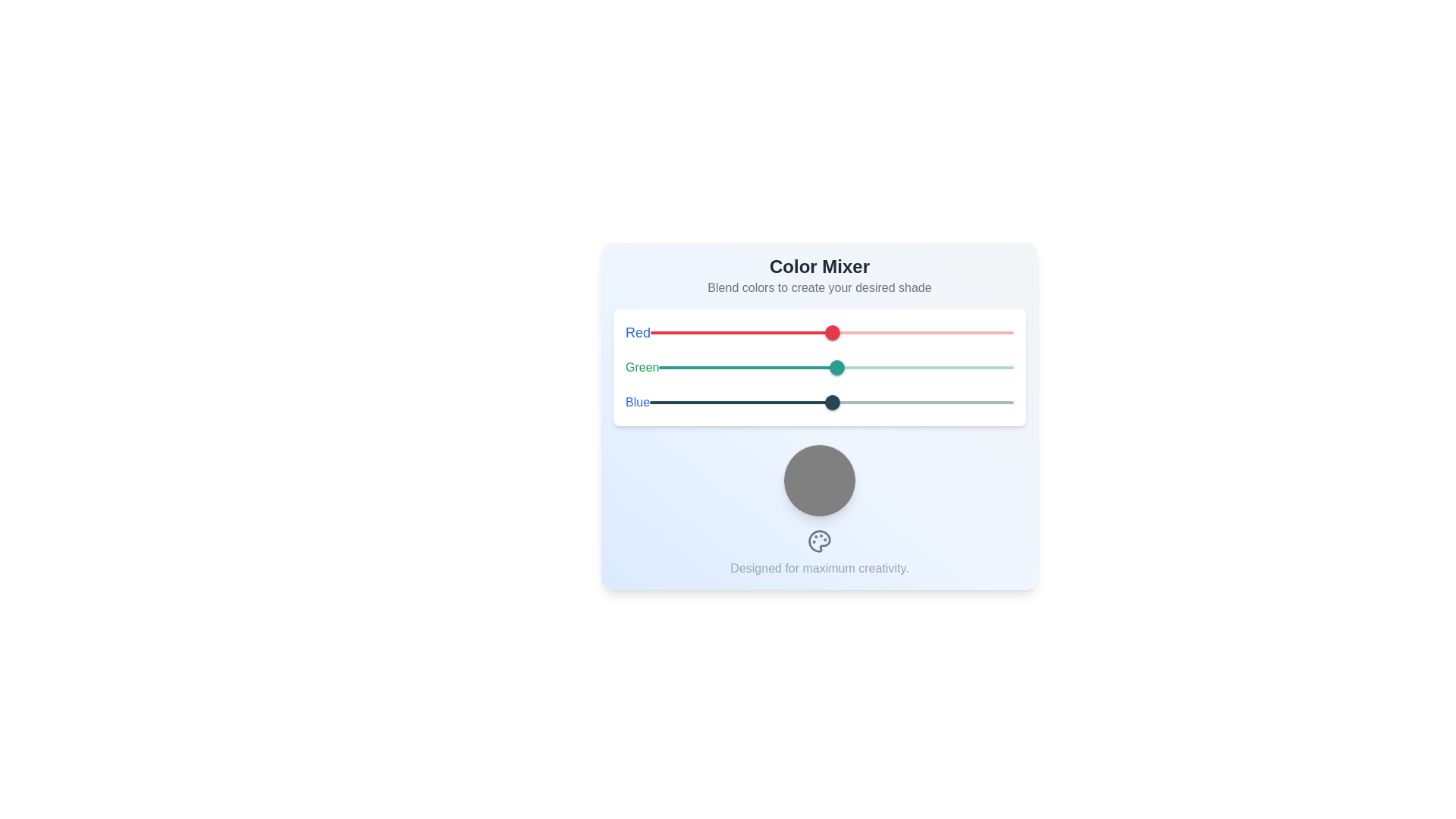 Image resolution: width=1456 pixels, height=819 pixels. What do you see at coordinates (662, 368) in the screenshot?
I see `the green slider` at bounding box center [662, 368].